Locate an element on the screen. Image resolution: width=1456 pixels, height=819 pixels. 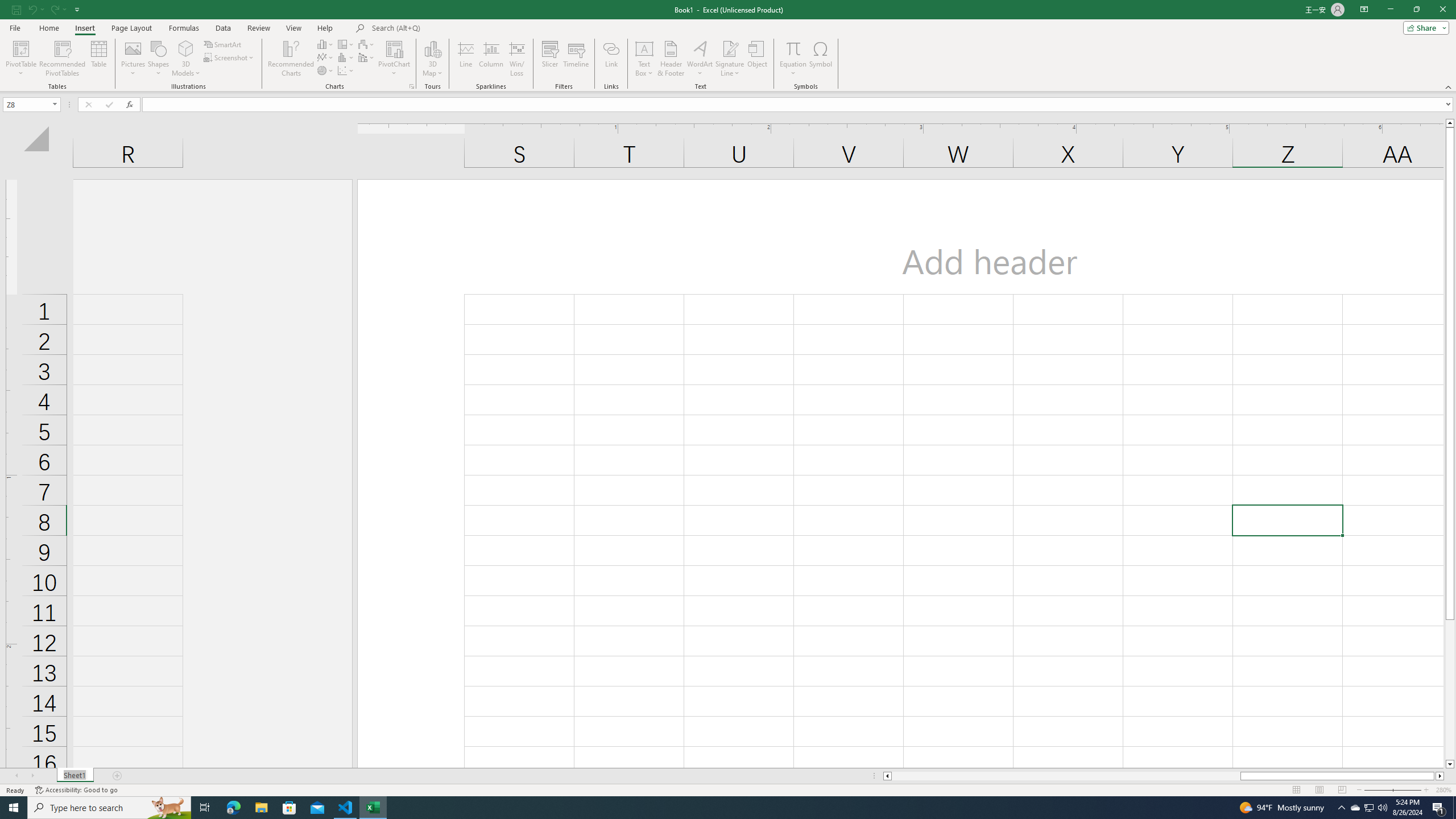
'Screenshot' is located at coordinates (229, 56).